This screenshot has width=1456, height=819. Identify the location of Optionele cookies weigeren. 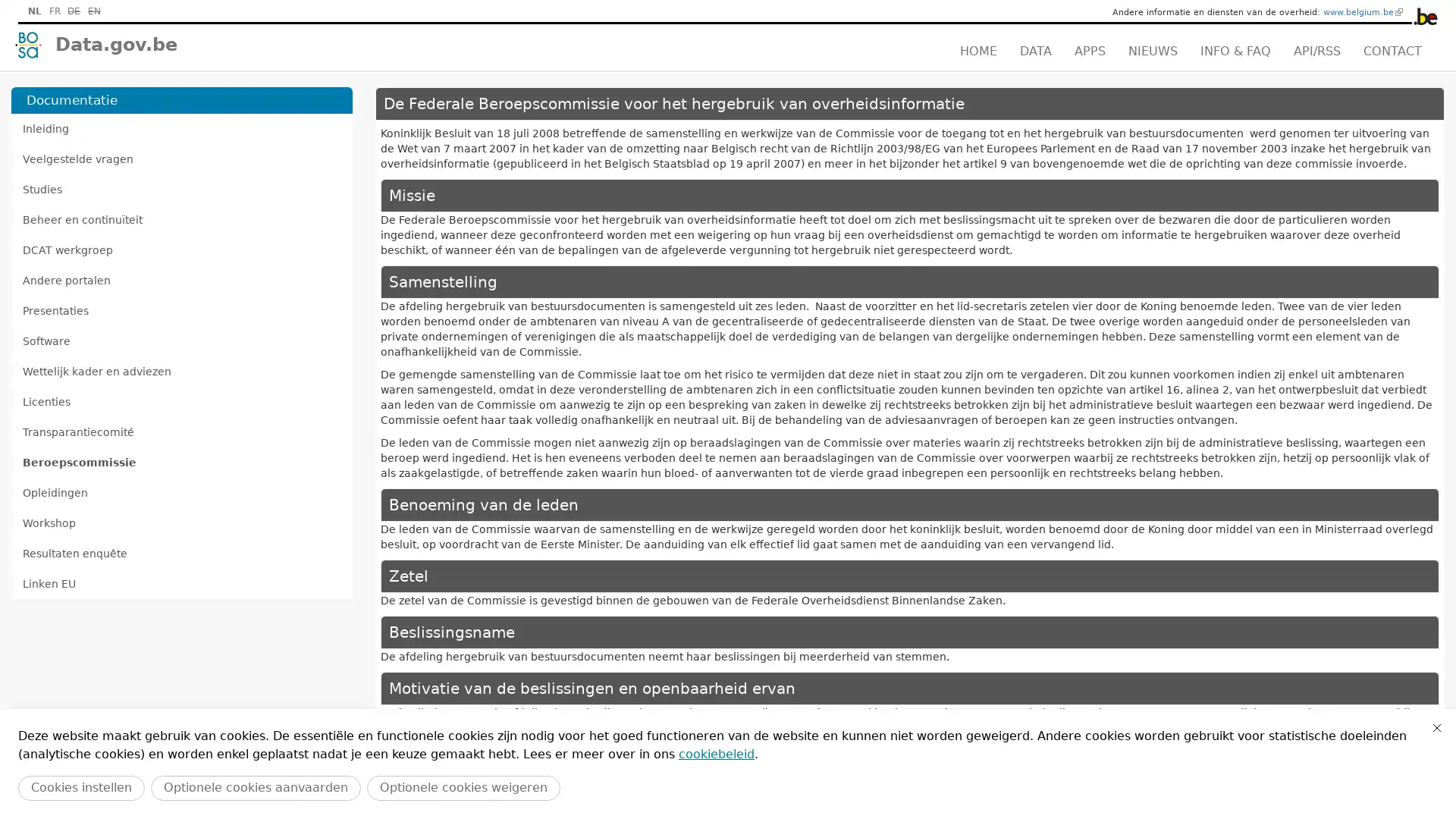
(463, 787).